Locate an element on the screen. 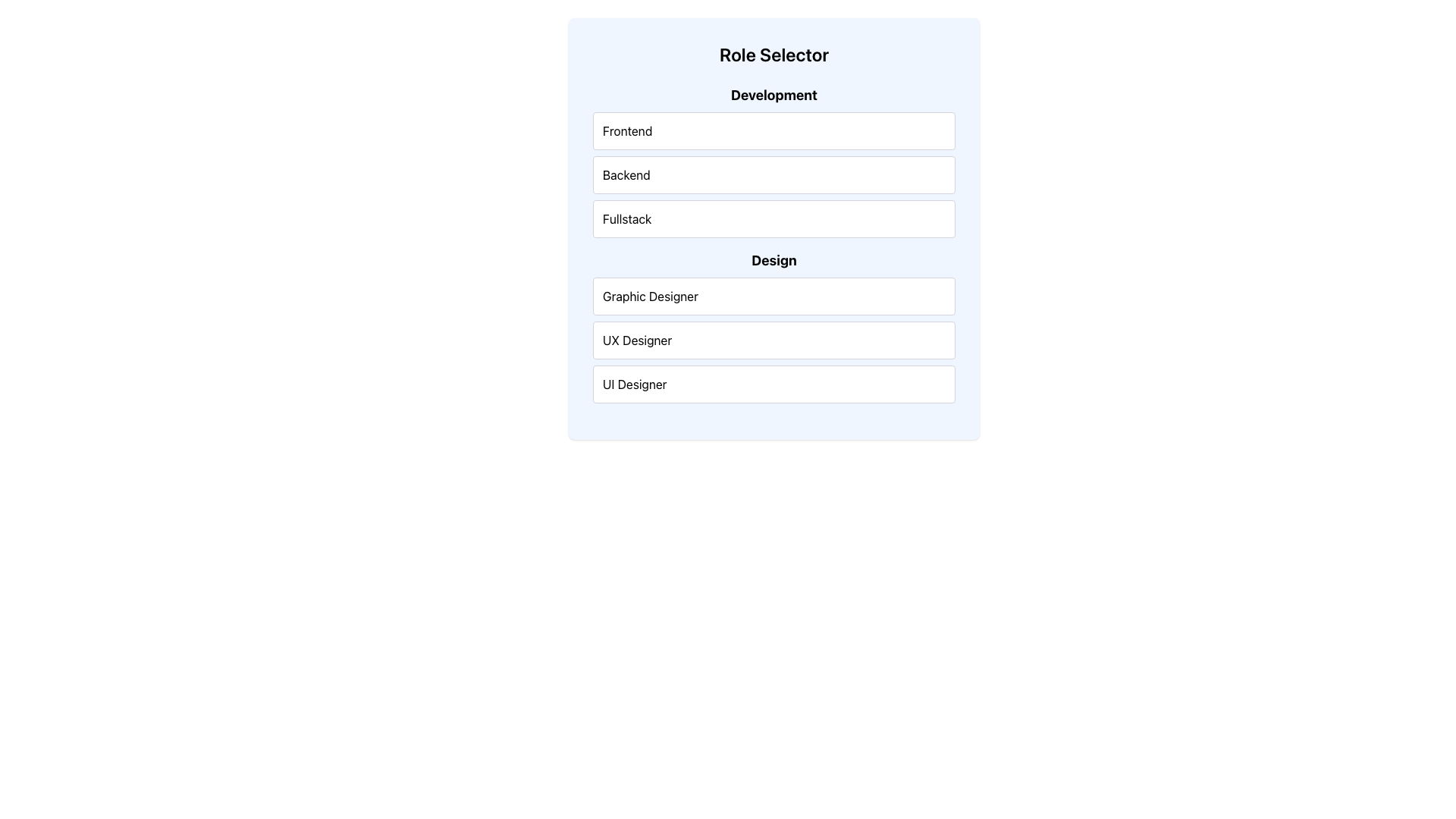  the selectable option button for the 'Backend' role, located in the 'Development' section, which is the second box in a vertical list of three options is located at coordinates (774, 174).